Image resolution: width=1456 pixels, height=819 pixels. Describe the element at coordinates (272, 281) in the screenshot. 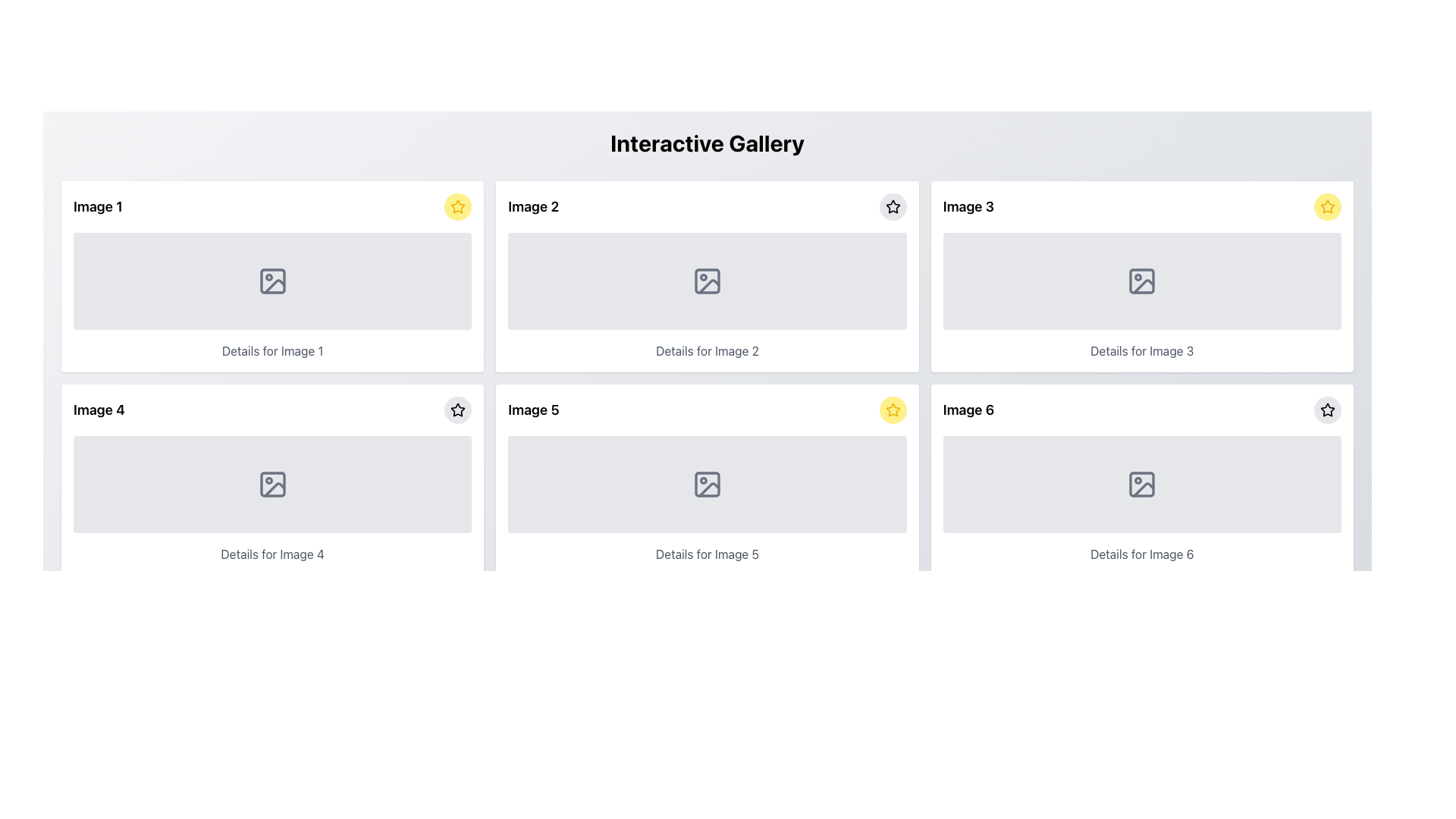

I see `the SVG icon element representing a missing image within the 'Image 1' panel located in the top-left corner of the gallery grid layout` at that location.